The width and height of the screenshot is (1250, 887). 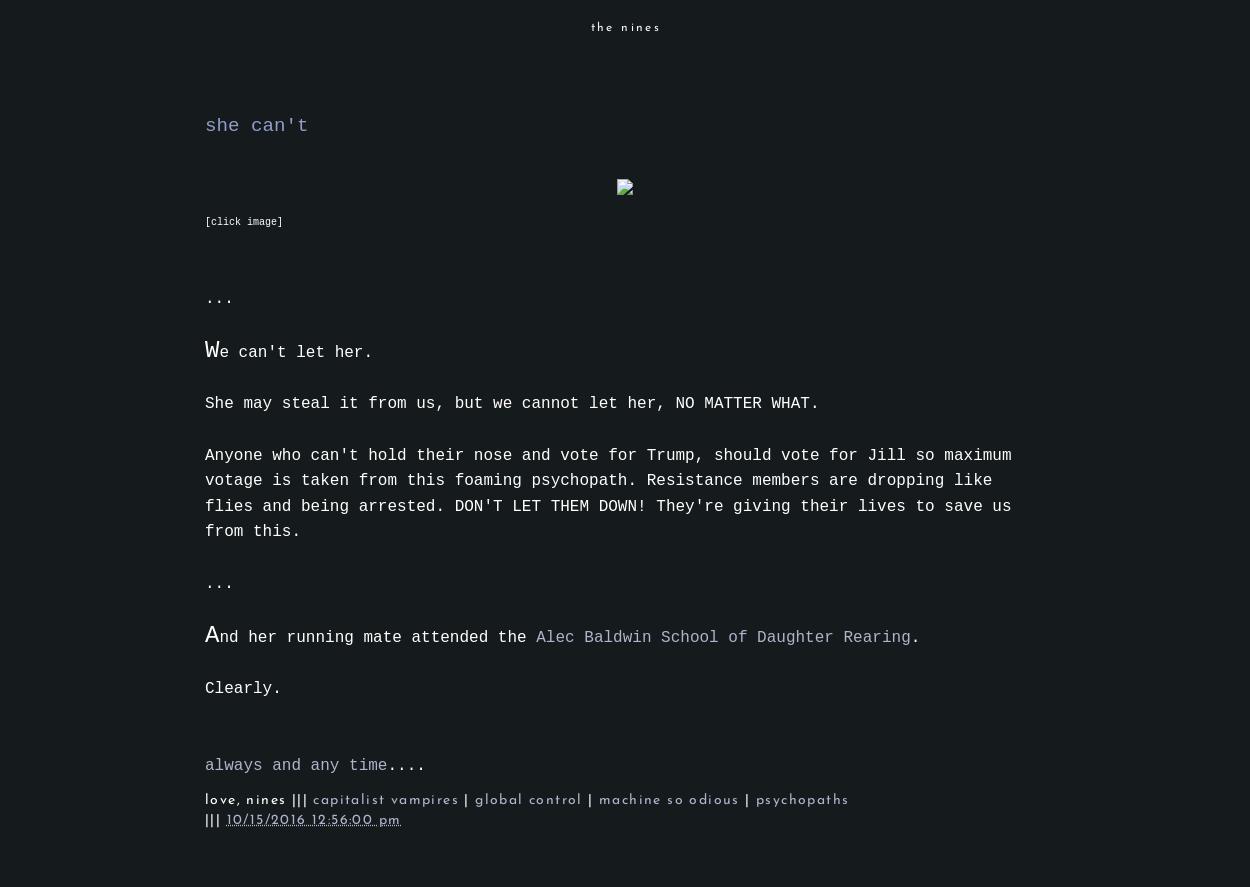 I want to click on 'She may steal it from us, but we cannot let her, NO MATTER WHAT.', so click(x=512, y=404).